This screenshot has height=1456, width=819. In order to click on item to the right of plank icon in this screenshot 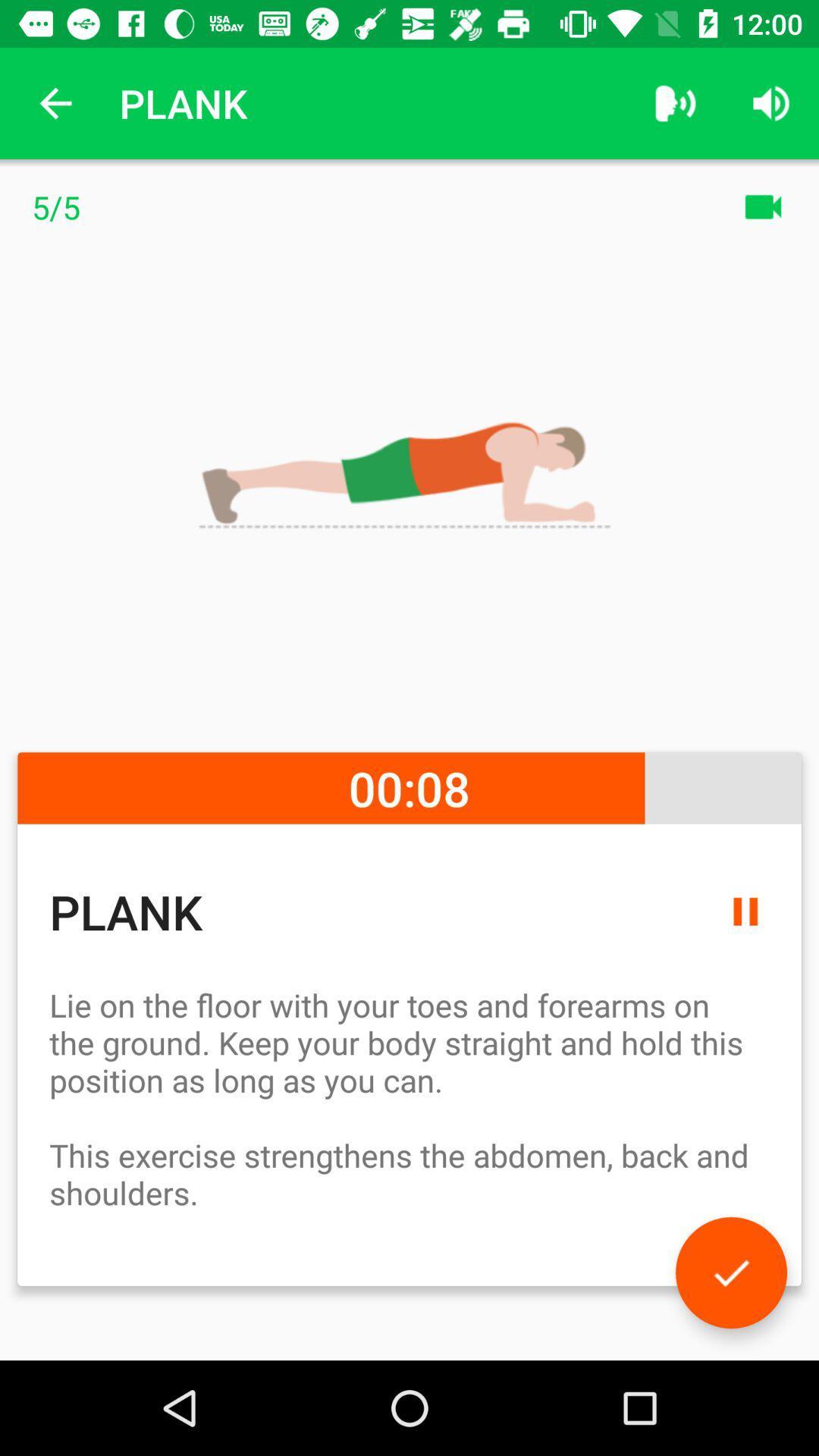, I will do `click(675, 102)`.